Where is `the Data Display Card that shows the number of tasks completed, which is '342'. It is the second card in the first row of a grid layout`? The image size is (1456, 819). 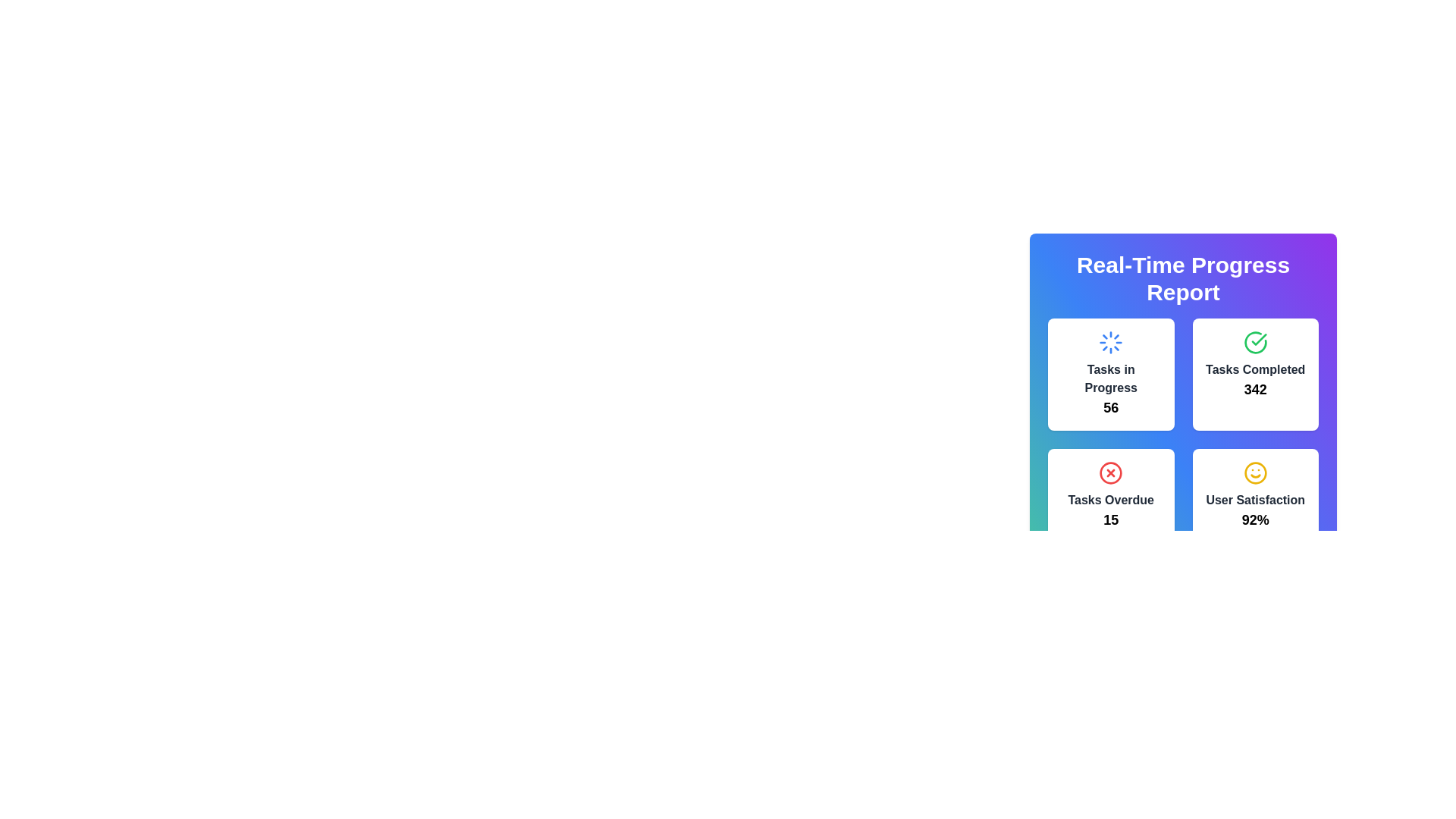
the Data Display Card that shows the number of tasks completed, which is '342'. It is the second card in the first row of a grid layout is located at coordinates (1255, 374).